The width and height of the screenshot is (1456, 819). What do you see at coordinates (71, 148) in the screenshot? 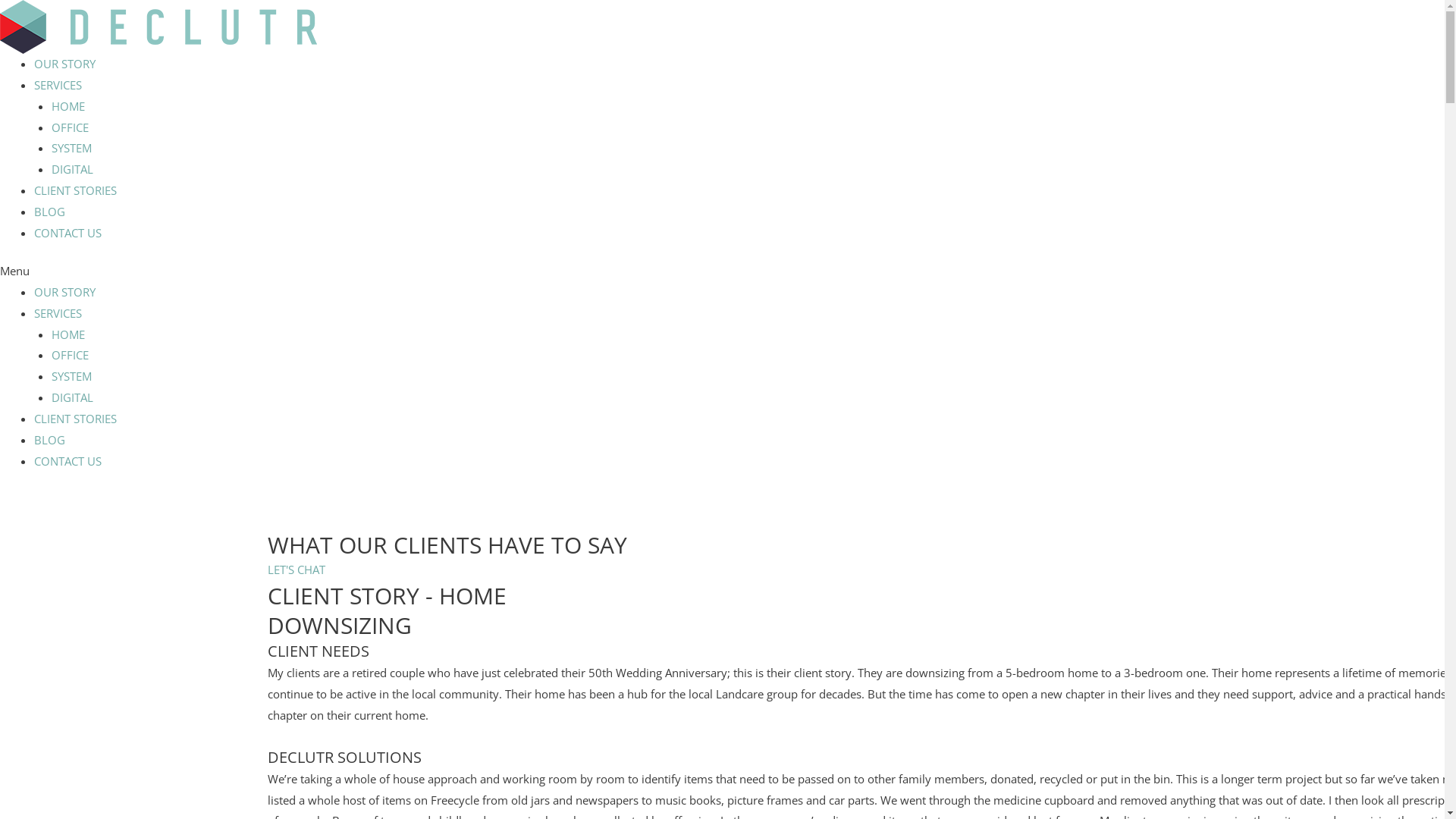
I see `'SYSTEM'` at bounding box center [71, 148].